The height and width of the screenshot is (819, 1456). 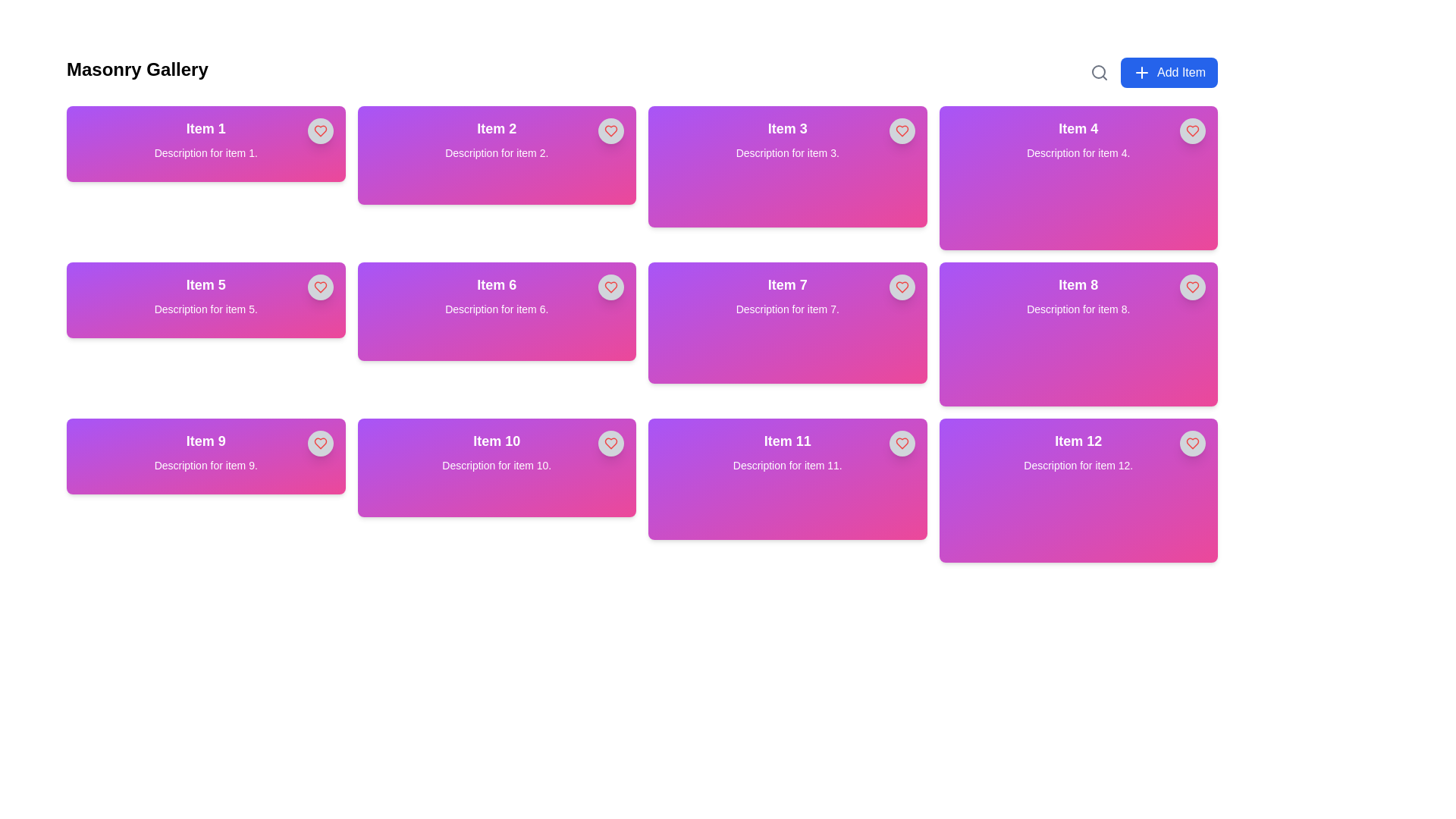 I want to click on the heart icon outlined in red located within the circular button at the top-right corner of the card titled 'Item 8', so click(x=1192, y=287).